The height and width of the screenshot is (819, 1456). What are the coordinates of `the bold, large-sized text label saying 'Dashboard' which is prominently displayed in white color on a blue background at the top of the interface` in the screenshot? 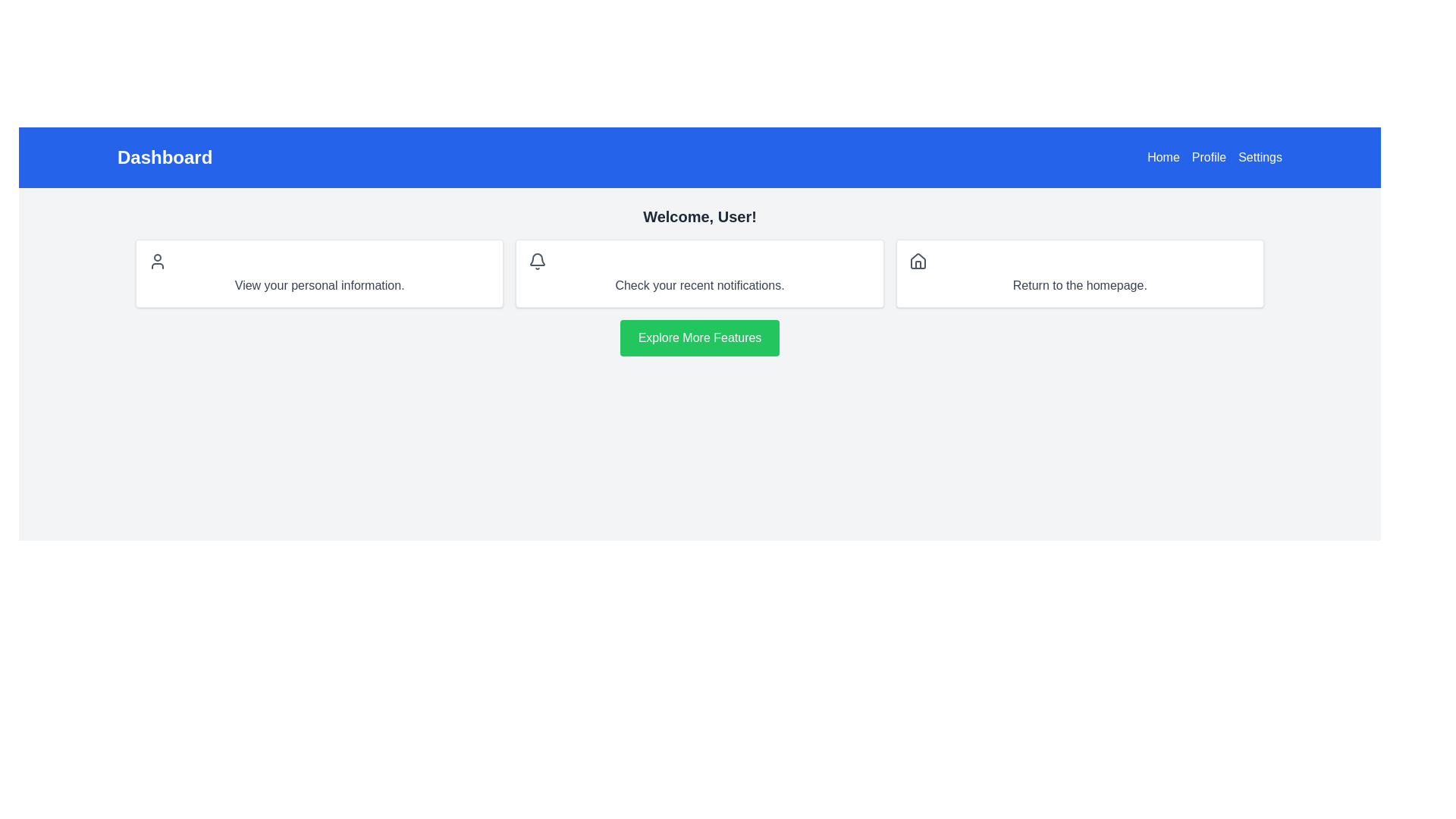 It's located at (165, 158).